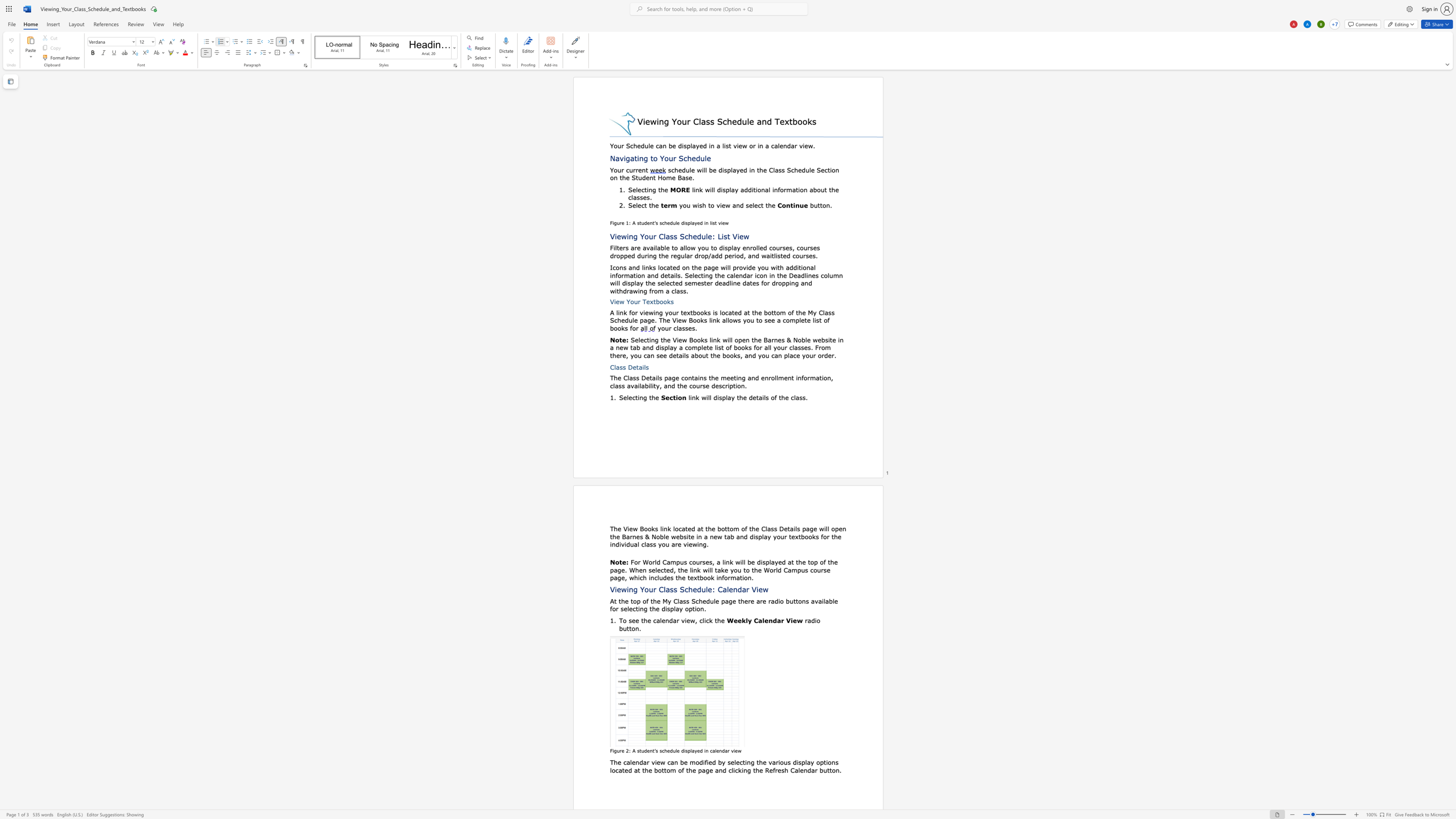  Describe the element at coordinates (653, 223) in the screenshot. I see `the space between the continuous character "t" and "’" in the text` at that location.